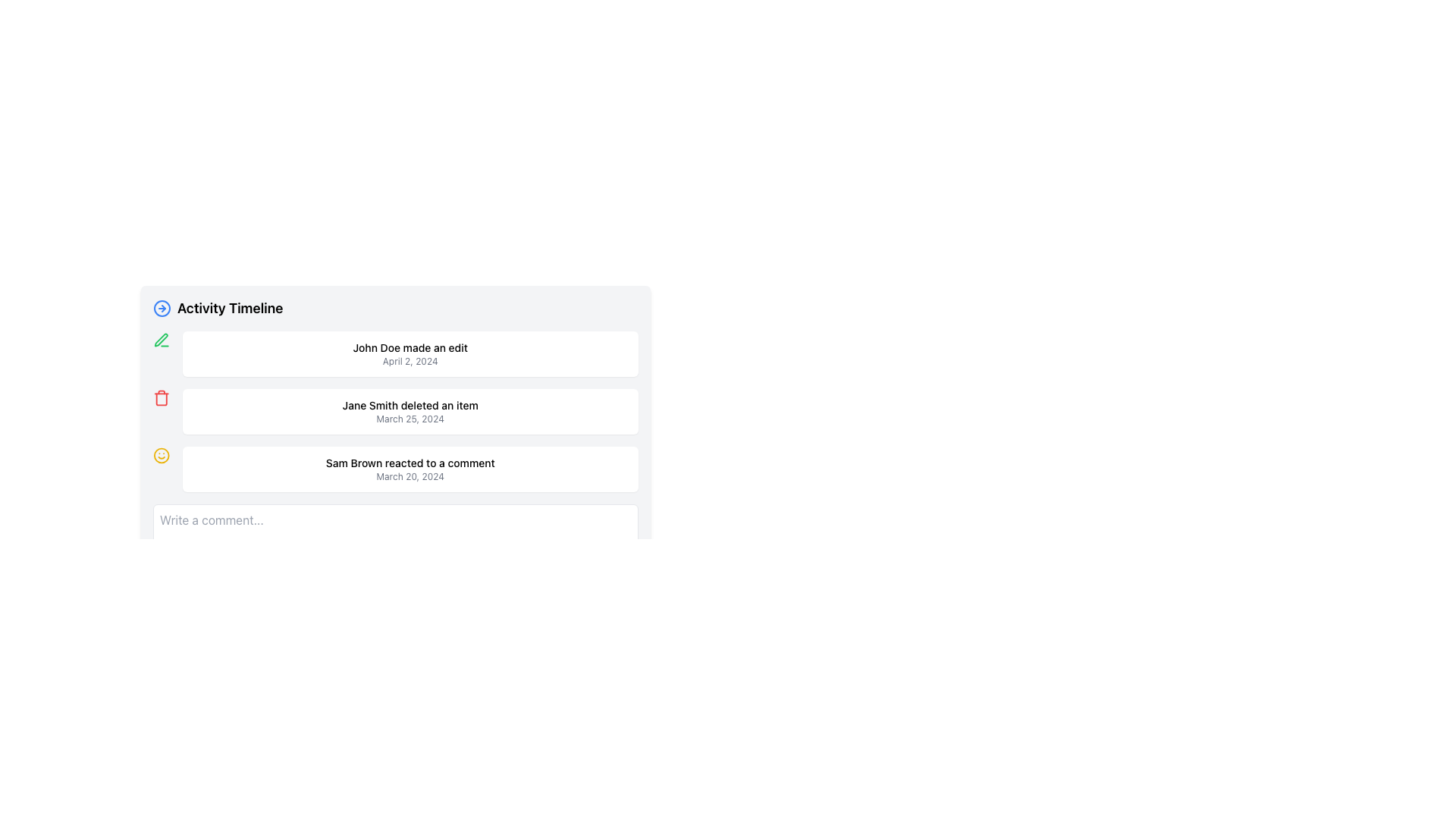 The width and height of the screenshot is (1456, 819). What do you see at coordinates (396, 468) in the screenshot?
I see `the third activity entry in the timeline view, which displays 'Sam Brown reacted to a comment' with a yellow smiley icon on the left` at bounding box center [396, 468].